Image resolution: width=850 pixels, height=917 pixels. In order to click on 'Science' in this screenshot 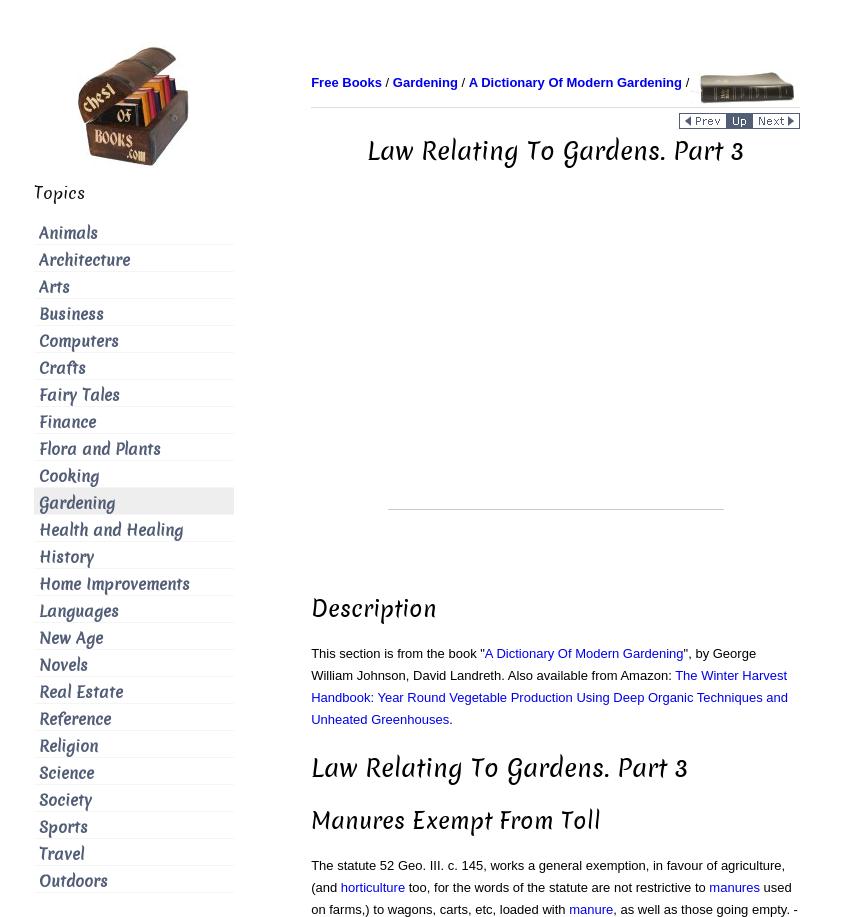, I will do `click(66, 772)`.